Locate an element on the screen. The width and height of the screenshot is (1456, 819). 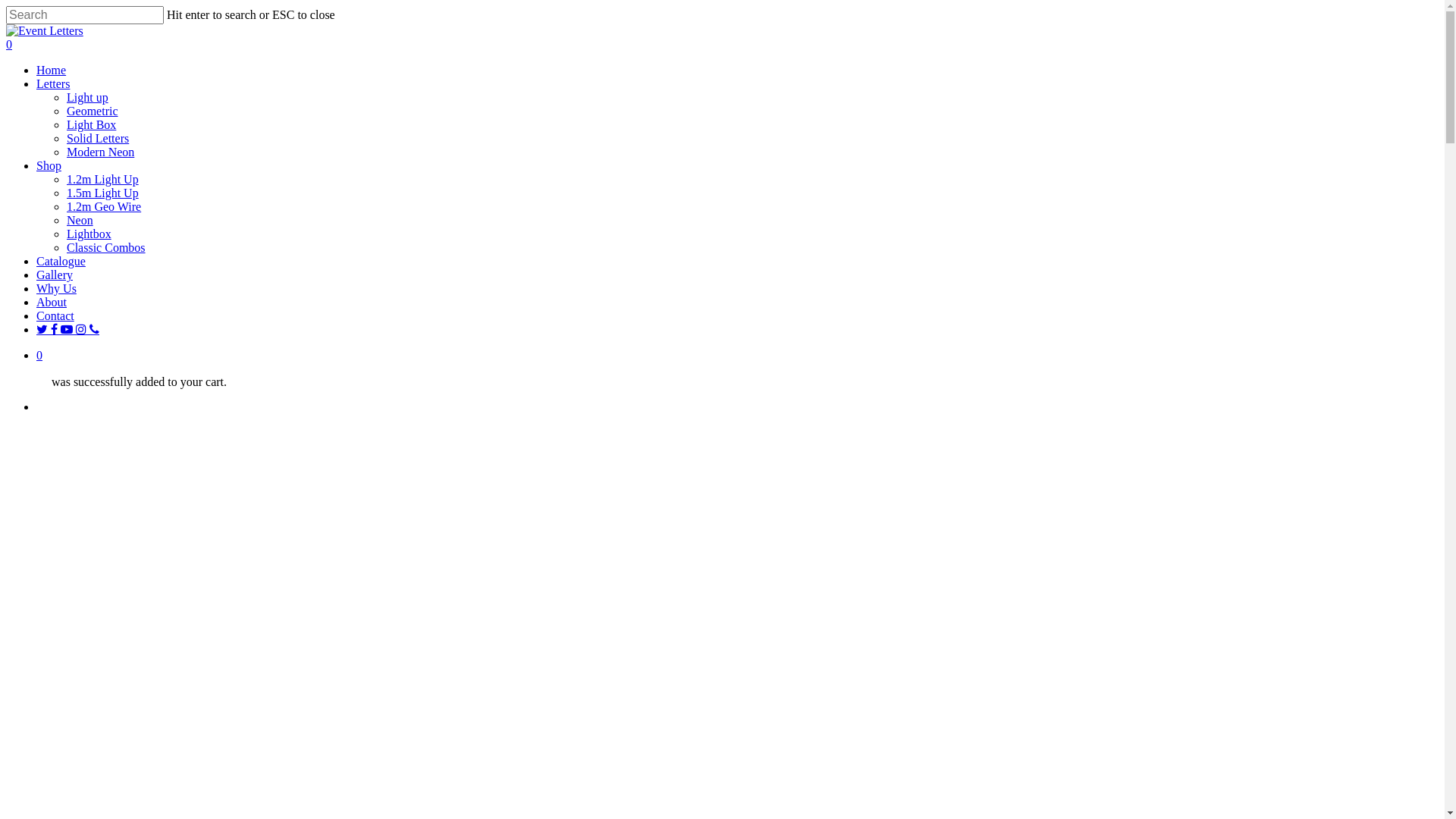
'Lightbox' is located at coordinates (88, 234).